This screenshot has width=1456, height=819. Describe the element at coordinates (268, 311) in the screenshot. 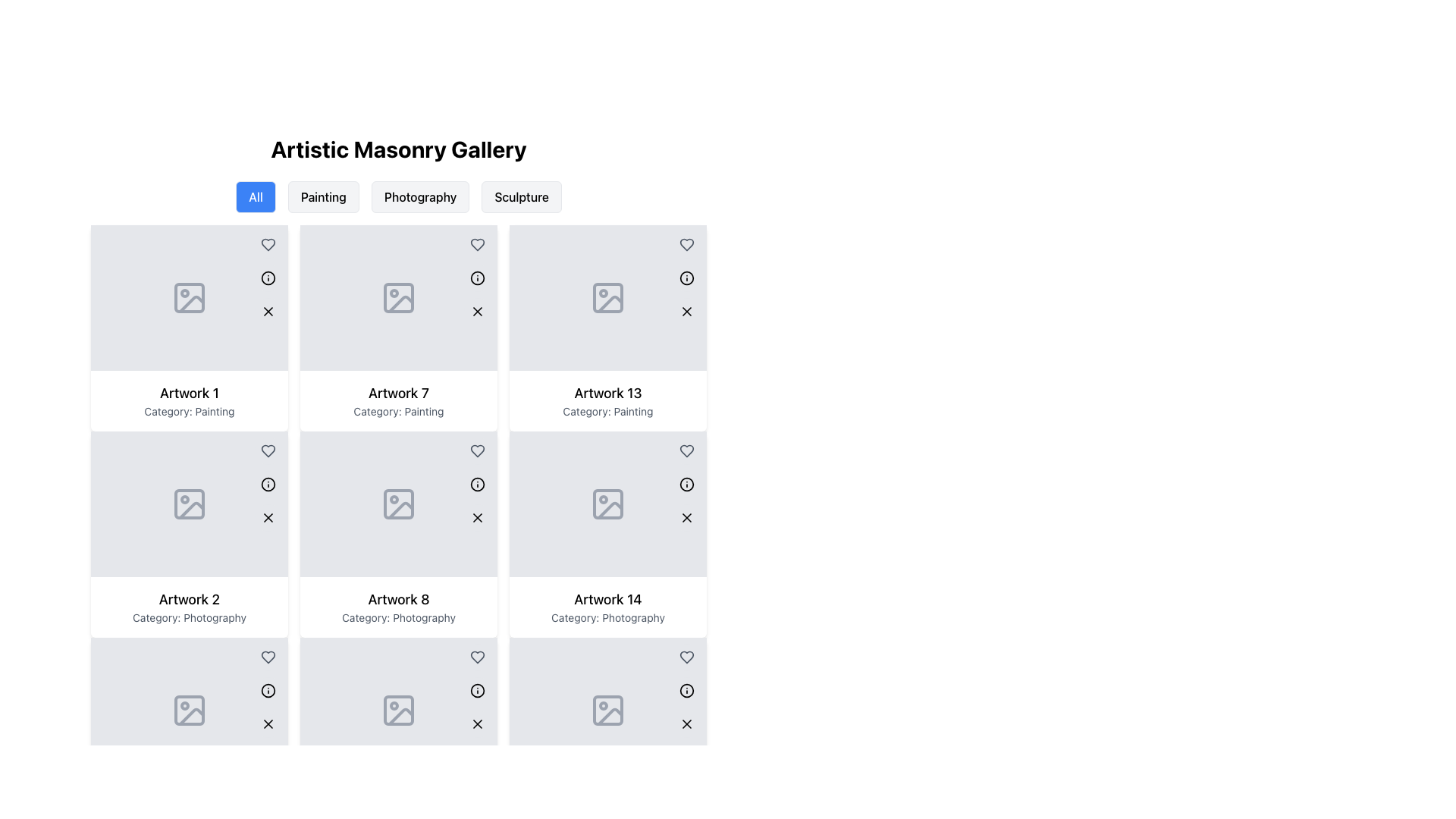

I see `the 'X' icon in the button located at the top-right corner of the 'Artwork 1' card` at that location.